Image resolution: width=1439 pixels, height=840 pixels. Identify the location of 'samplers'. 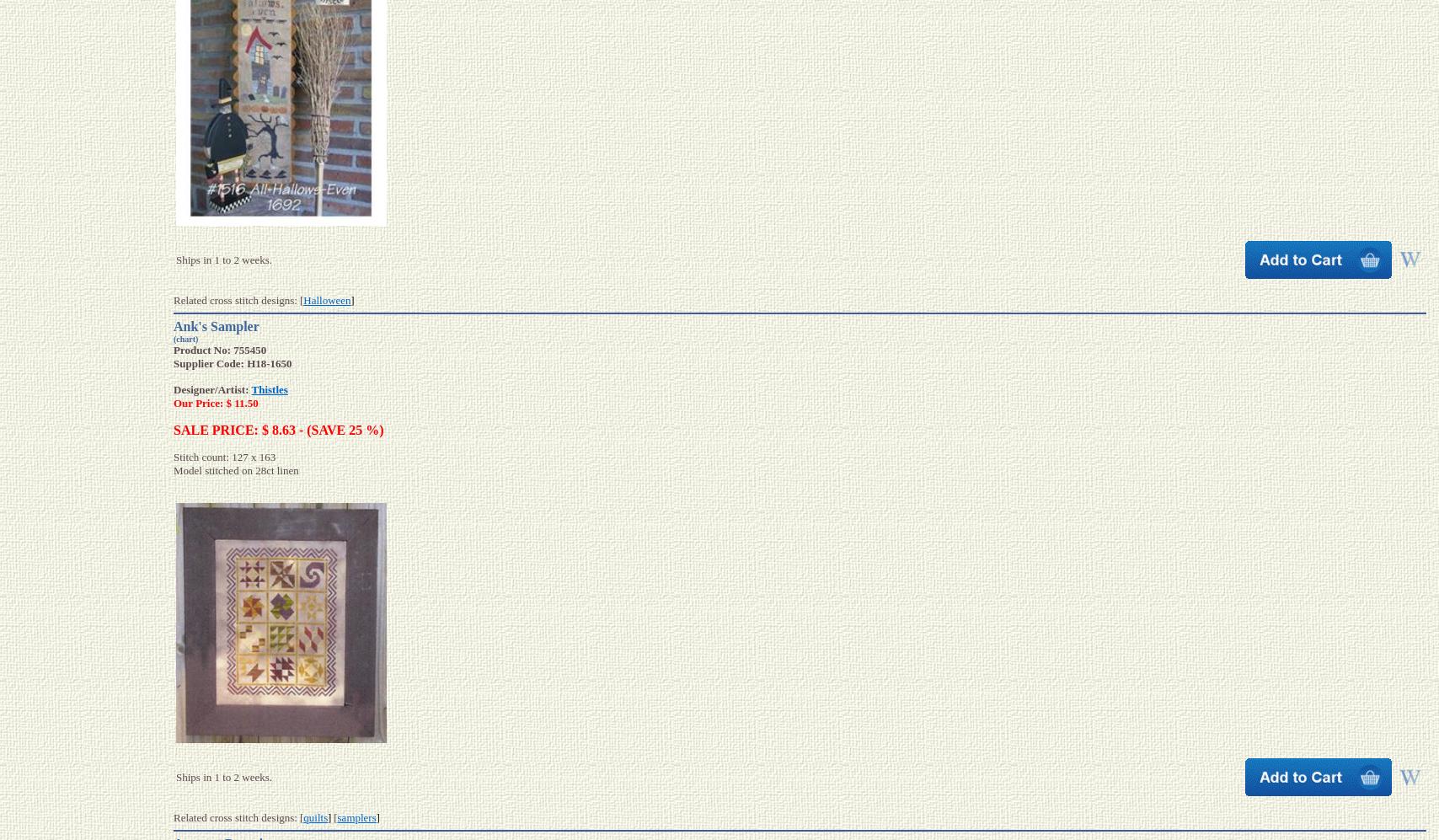
(356, 816).